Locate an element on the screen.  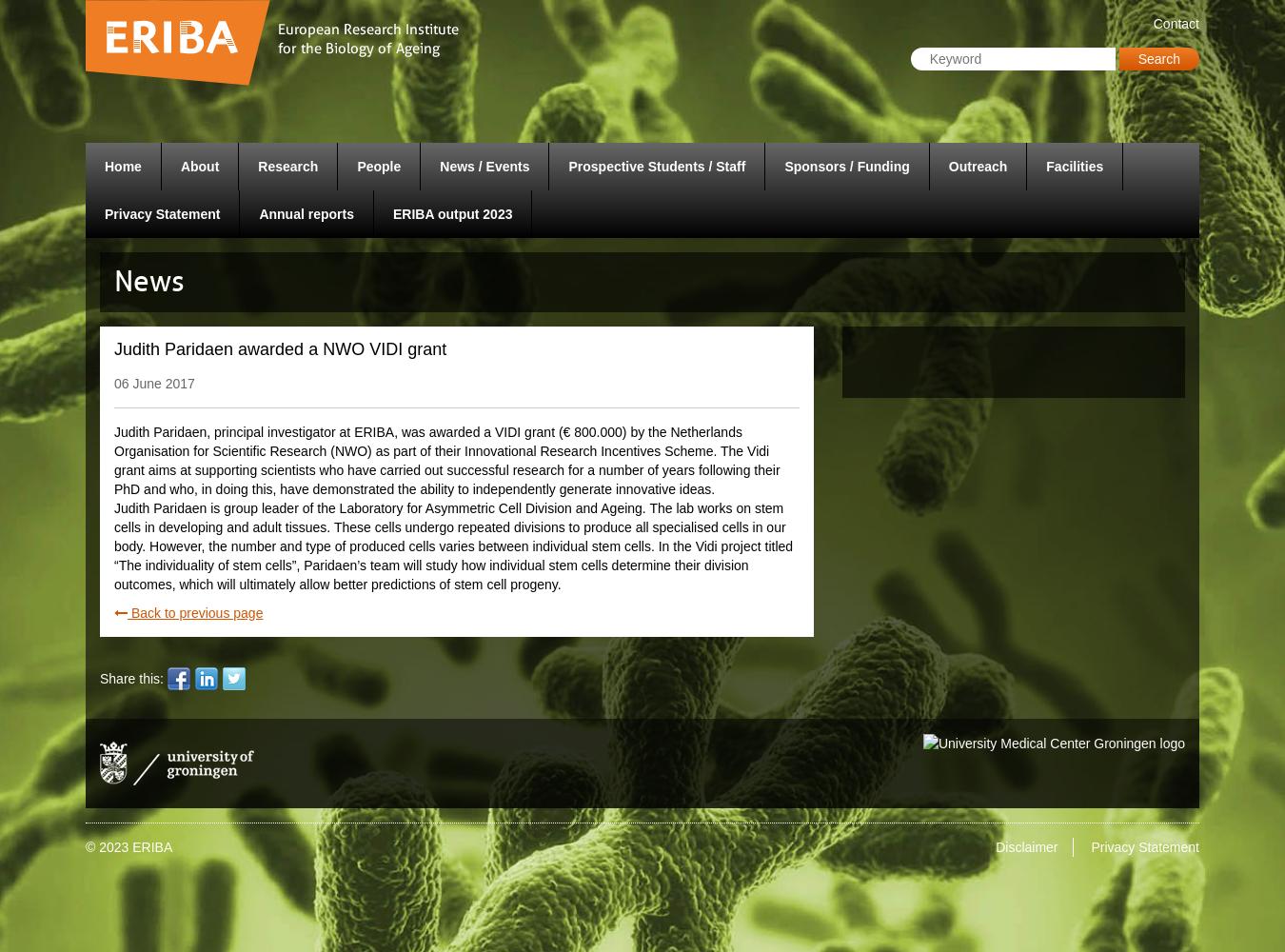
'Judith Paridaen, principal investigator at ERIBA, was awarded a VIDI grant (€ 800.000) by the Netherlands Organisation for Scientific Research (NWO) as part of their Innovational Research Incentives Scheme. The Vidi grant aims at supporting scientists who have carried out successful research for a number of years following their PhD and who, in doing this, have demonstrated the ability to independently generate innovative ideas.' is located at coordinates (445, 459).